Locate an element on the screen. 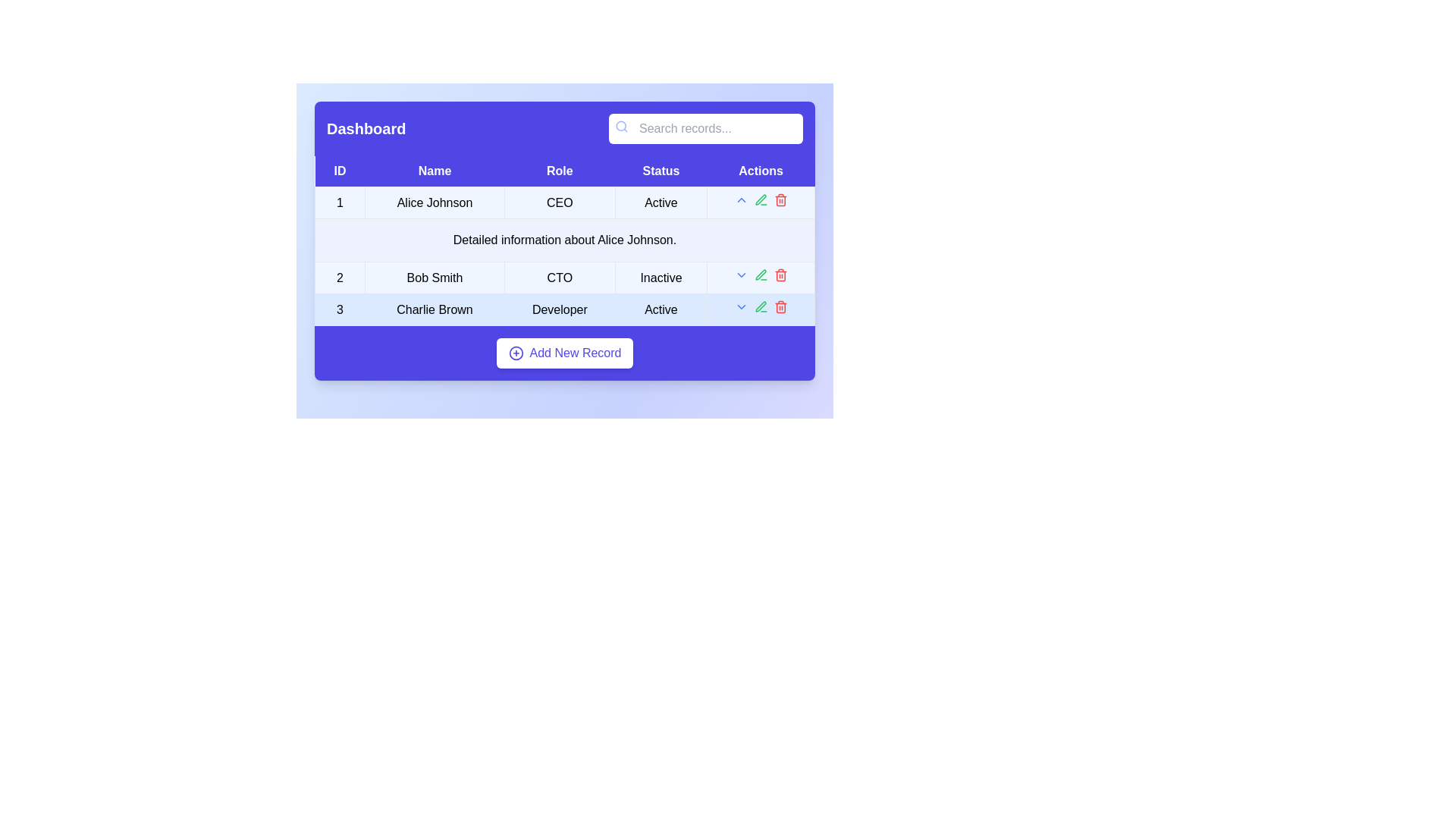 The width and height of the screenshot is (1456, 819). the search icon located at the top right of the interface is located at coordinates (622, 125).